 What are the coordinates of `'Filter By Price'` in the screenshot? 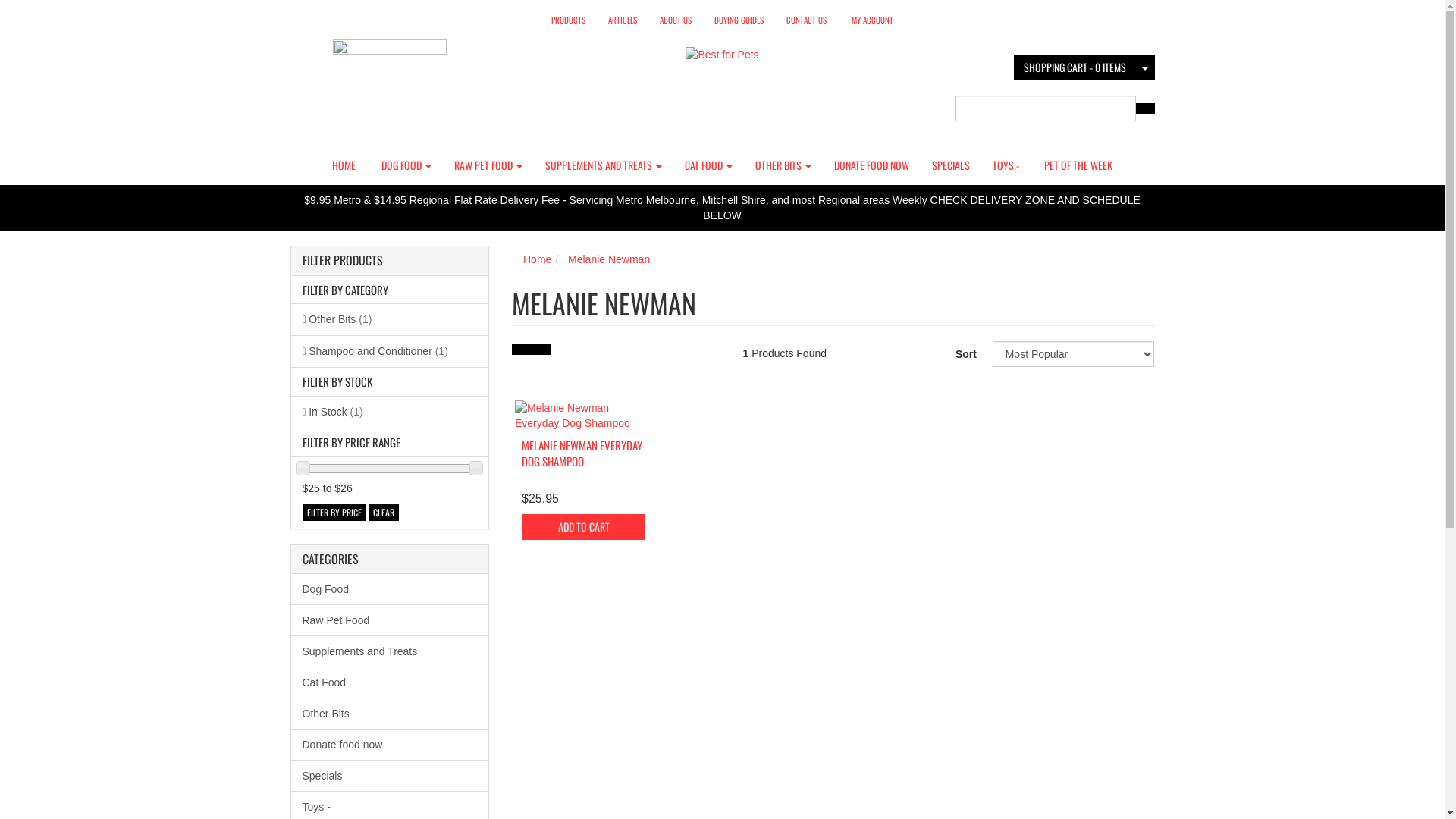 It's located at (302, 512).